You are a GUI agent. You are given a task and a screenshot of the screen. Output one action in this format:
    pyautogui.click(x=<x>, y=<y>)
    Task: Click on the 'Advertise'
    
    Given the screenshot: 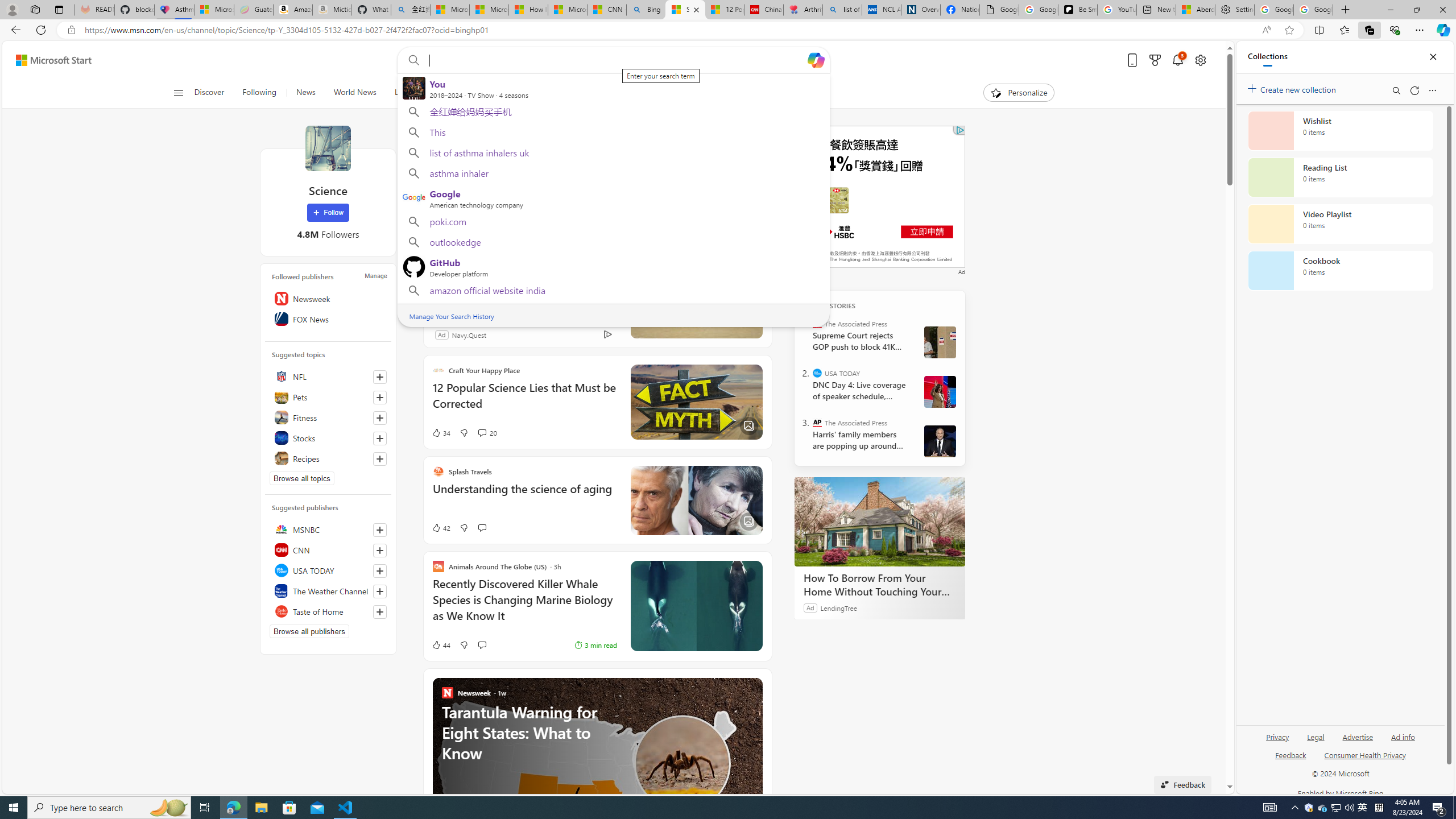 What is the action you would take?
    pyautogui.click(x=1358, y=741)
    